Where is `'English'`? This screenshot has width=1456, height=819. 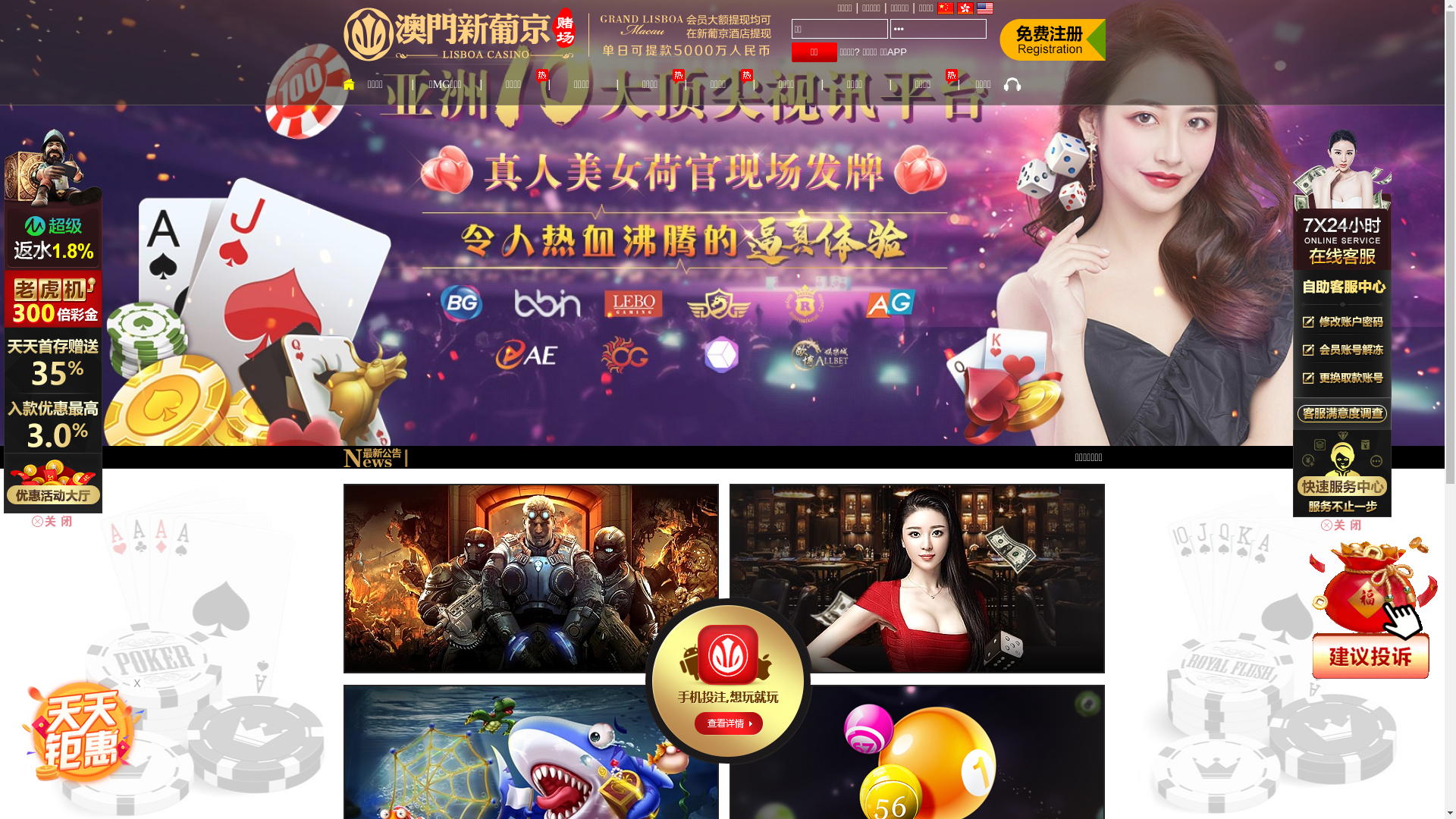 'English' is located at coordinates (985, 8).